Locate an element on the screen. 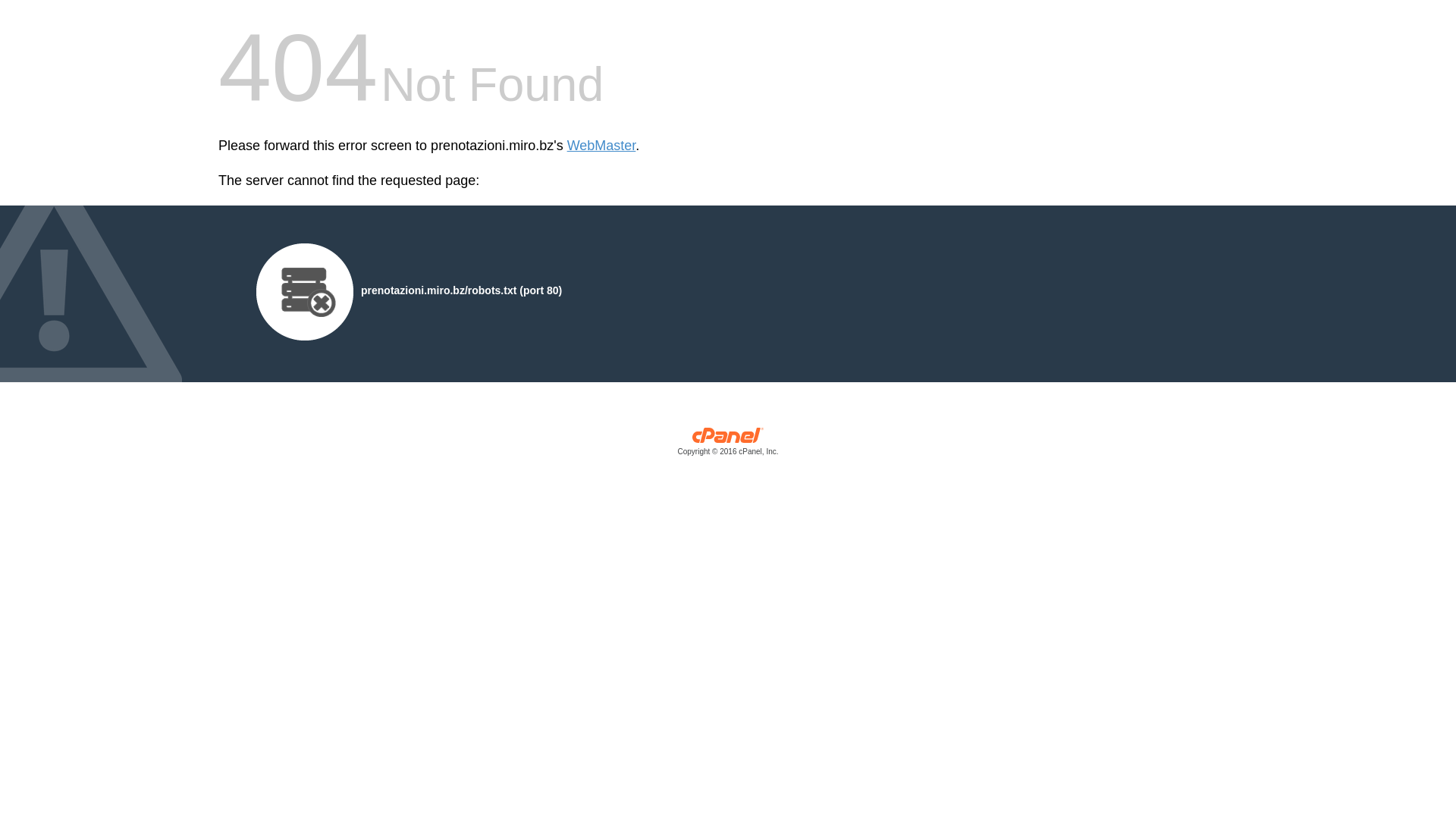 The width and height of the screenshot is (1456, 819). 'WebMaster' is located at coordinates (601, 146).